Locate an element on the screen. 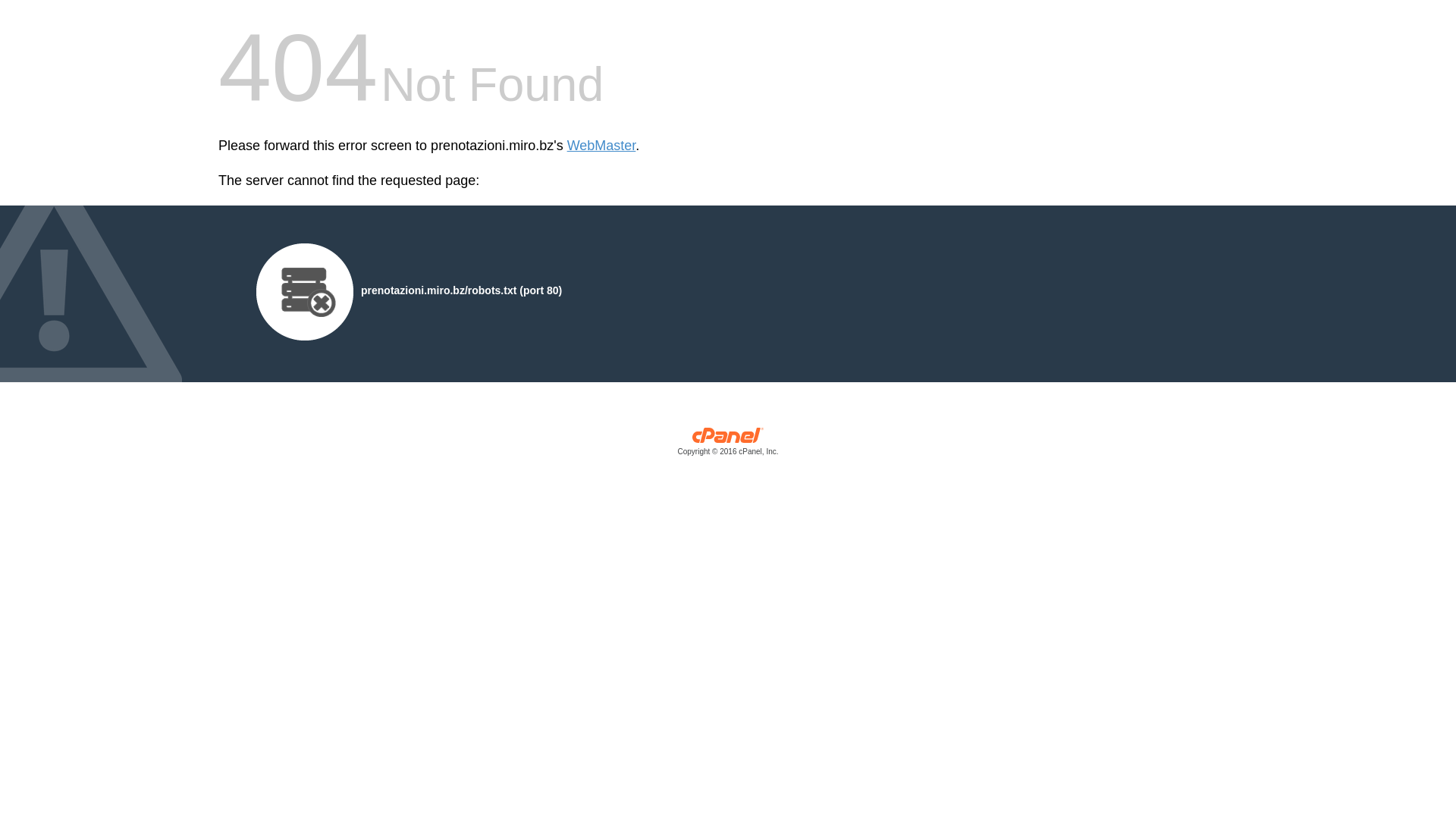 The width and height of the screenshot is (1456, 819). 'WebMaster' is located at coordinates (601, 146).